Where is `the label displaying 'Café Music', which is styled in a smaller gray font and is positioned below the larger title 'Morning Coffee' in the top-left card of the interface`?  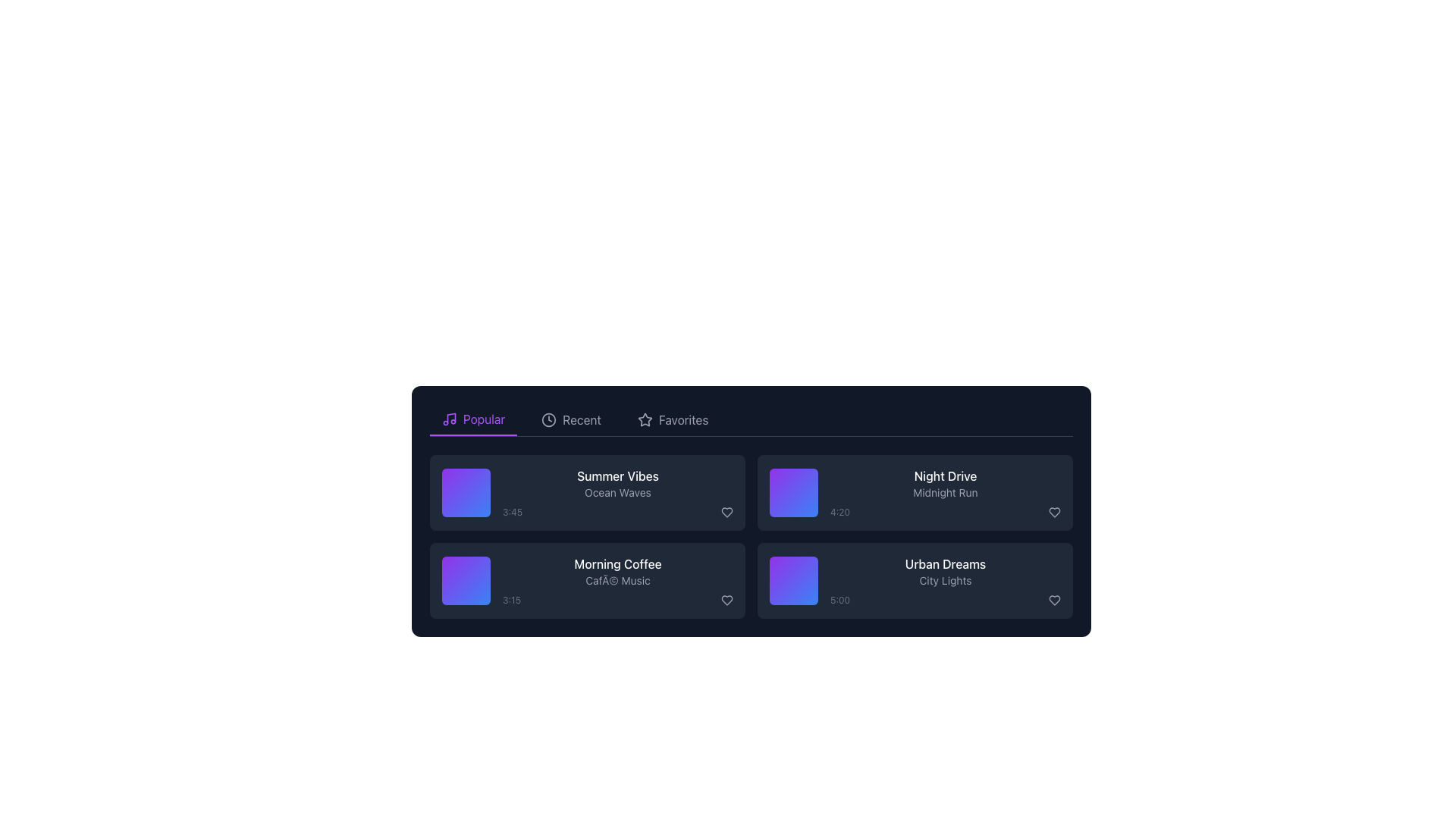 the label displaying 'Café Music', which is styled in a smaller gray font and is positioned below the larger title 'Morning Coffee' in the top-left card of the interface is located at coordinates (618, 580).